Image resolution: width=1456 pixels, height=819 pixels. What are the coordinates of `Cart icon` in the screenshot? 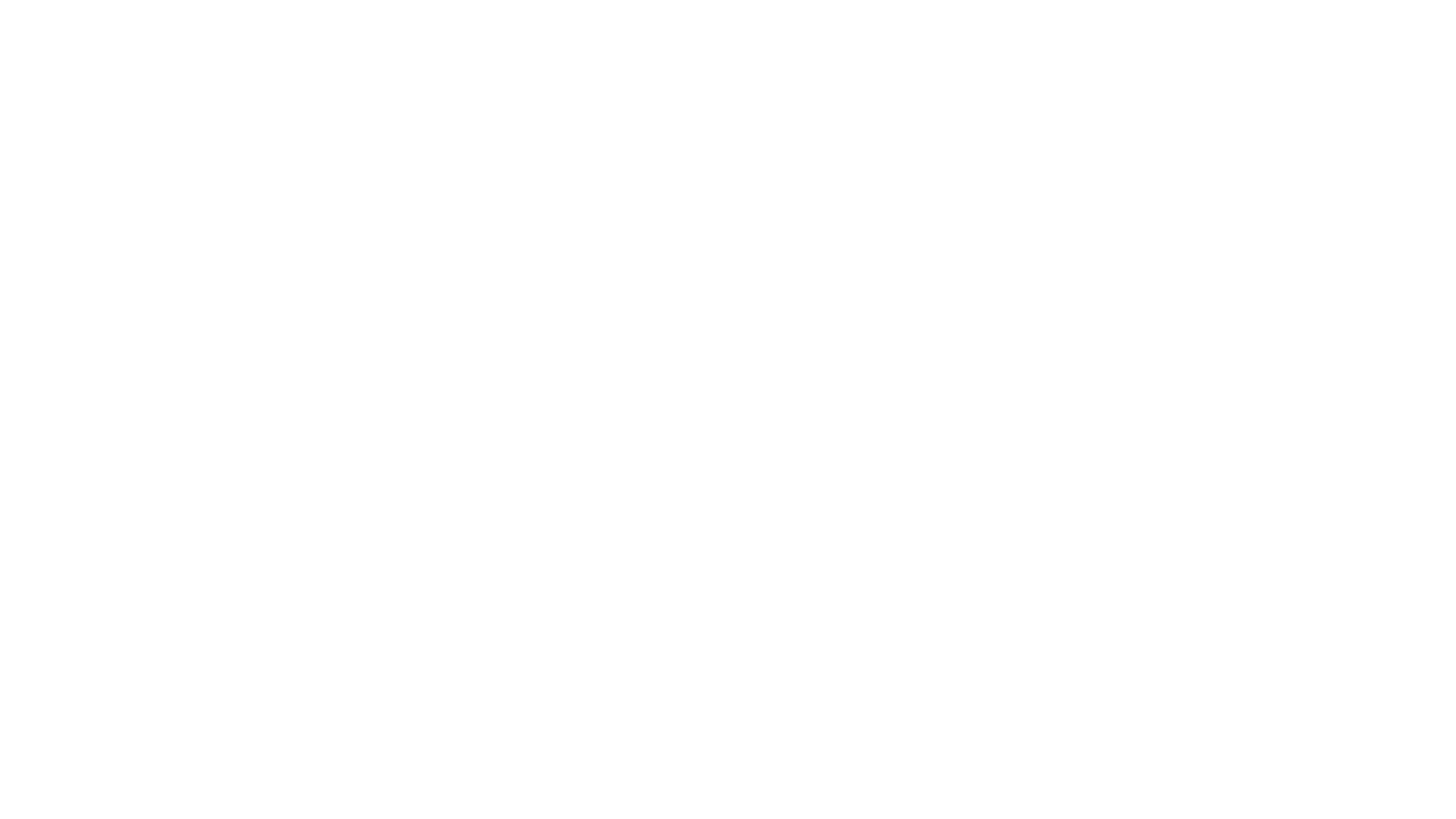 It's located at (1182, 66).